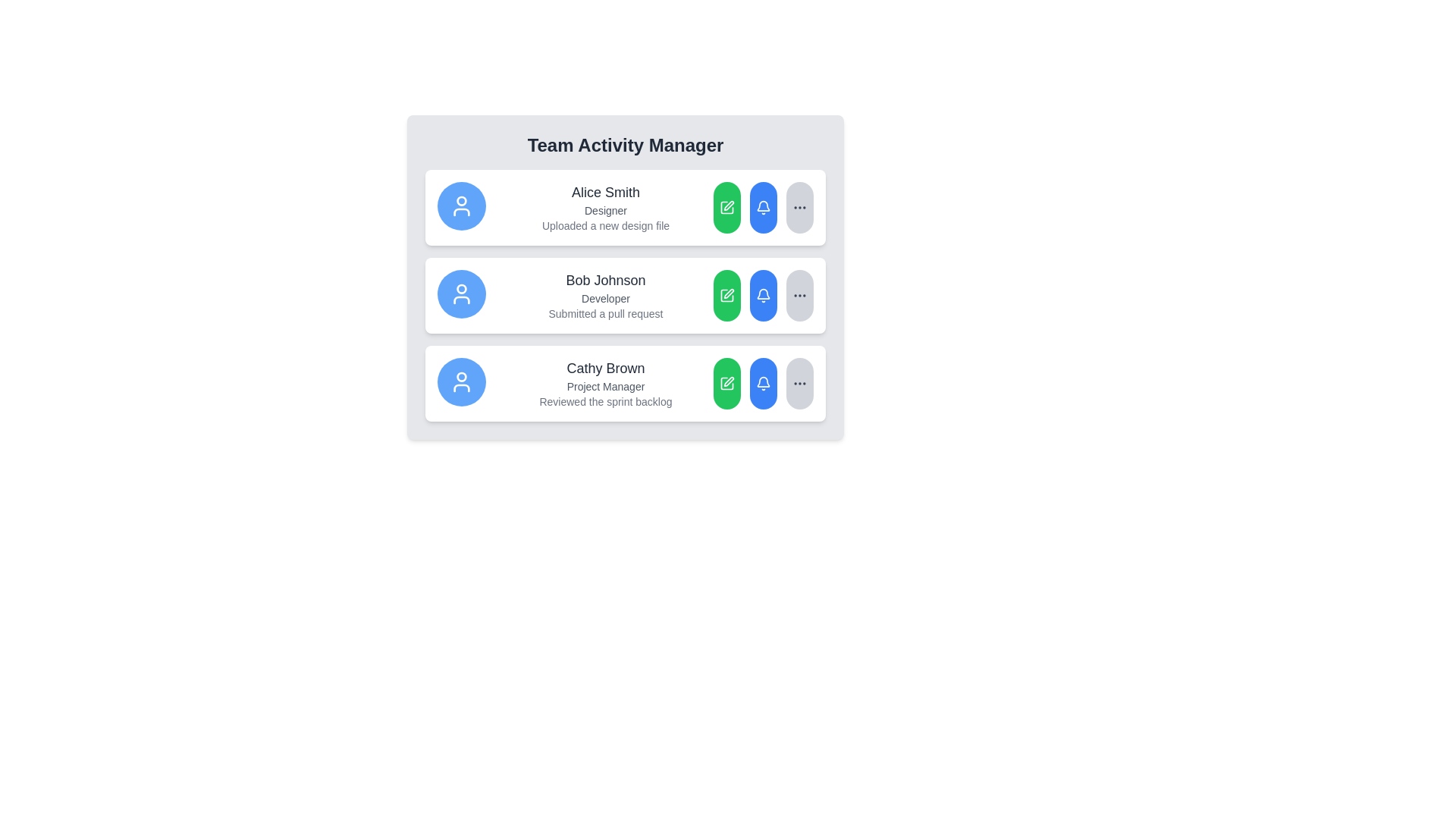 This screenshot has height=819, width=1456. I want to click on the activity log text block for user 'Bob Johnson', which summarizes their role as 'Developer' and recent activity as 'Submitted a pull request', so click(604, 295).